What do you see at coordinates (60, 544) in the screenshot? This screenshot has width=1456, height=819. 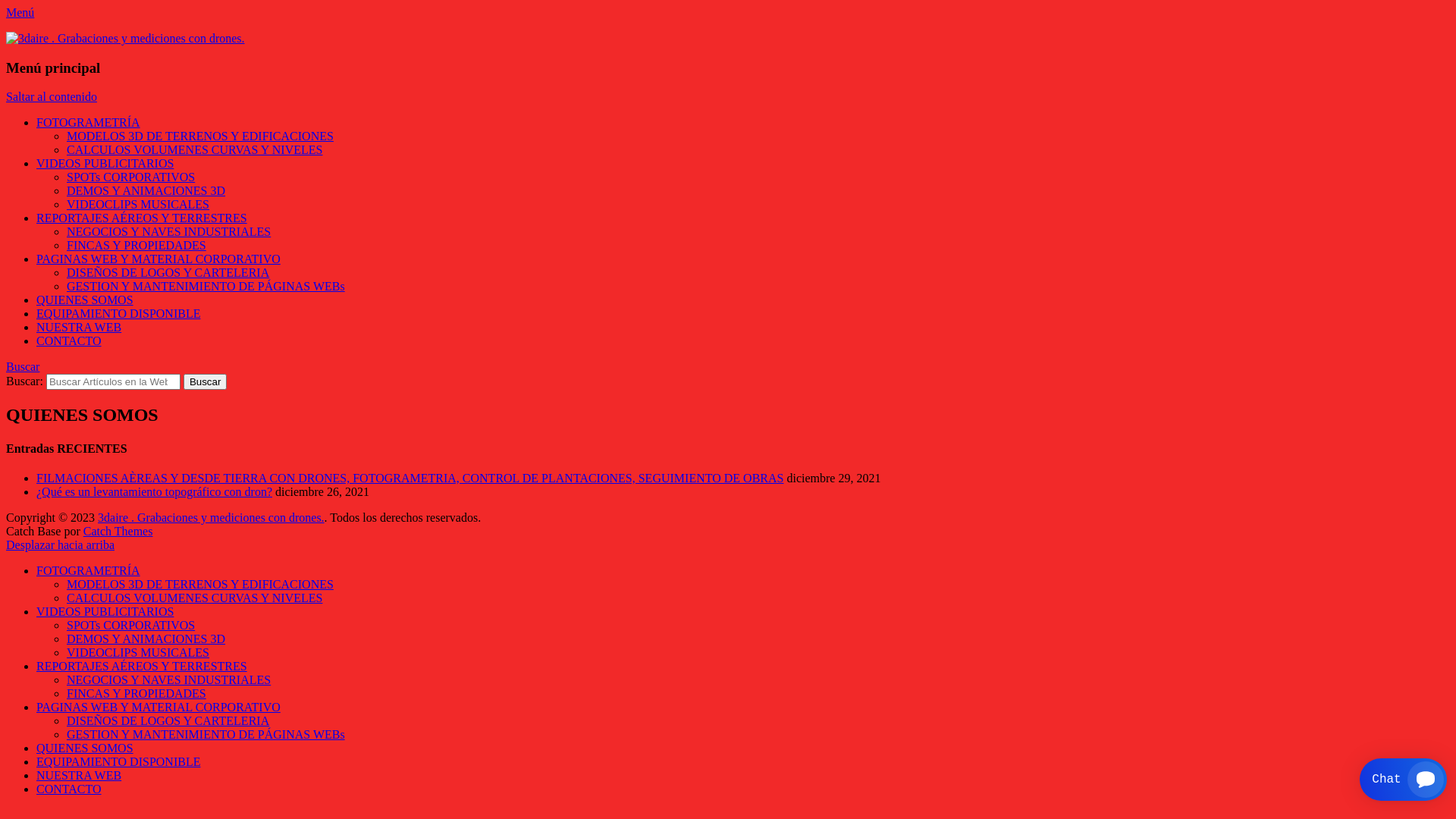 I see `'Desplazar hacia arriba'` at bounding box center [60, 544].